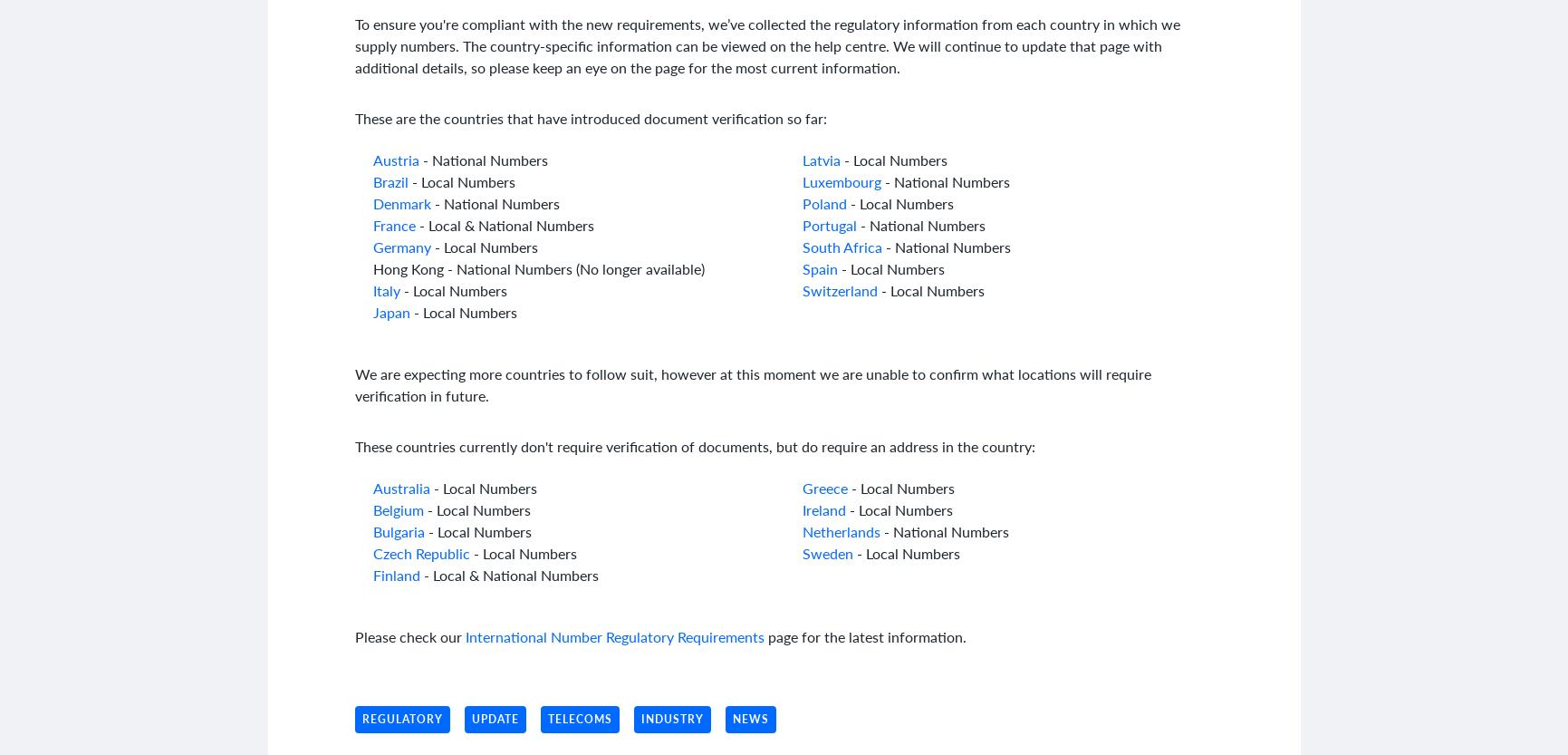  Describe the element at coordinates (354, 635) in the screenshot. I see `'Please check our'` at that location.